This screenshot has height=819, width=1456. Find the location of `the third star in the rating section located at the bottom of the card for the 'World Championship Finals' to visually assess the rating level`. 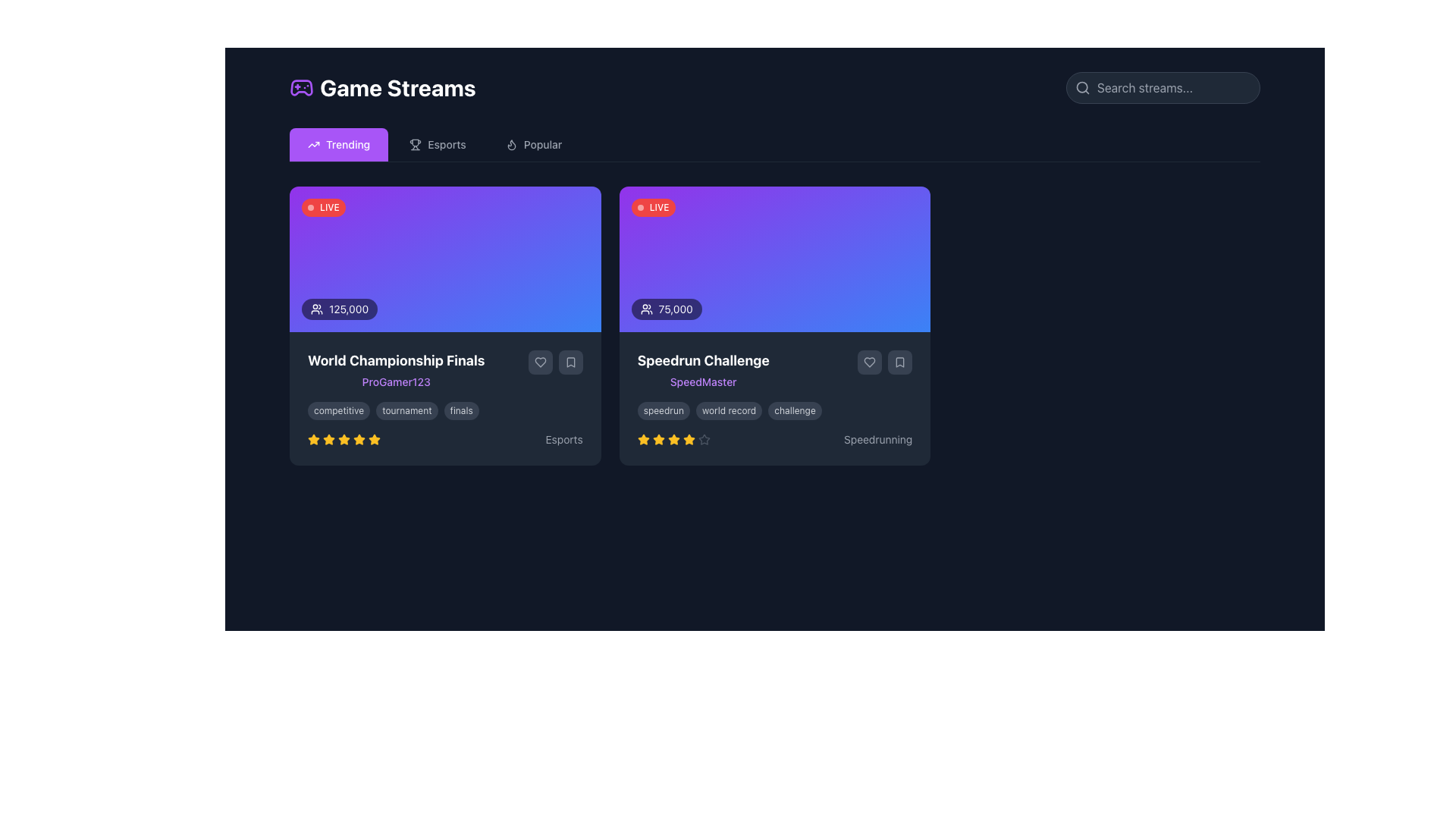

the third star in the rating section located at the bottom of the card for the 'World Championship Finals' to visually assess the rating level is located at coordinates (344, 439).